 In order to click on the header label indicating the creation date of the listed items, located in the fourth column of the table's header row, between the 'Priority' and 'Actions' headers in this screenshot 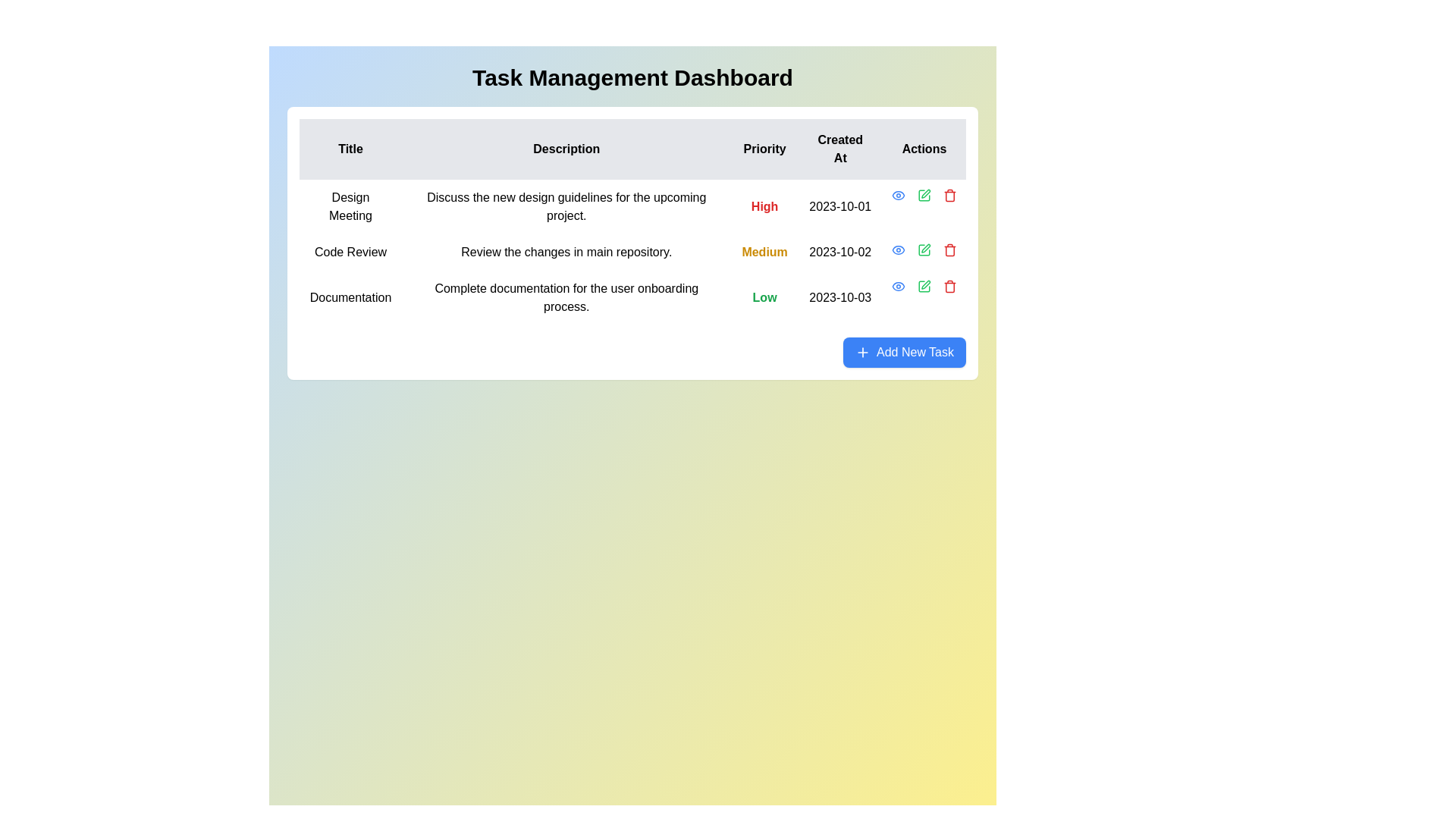, I will do `click(839, 149)`.